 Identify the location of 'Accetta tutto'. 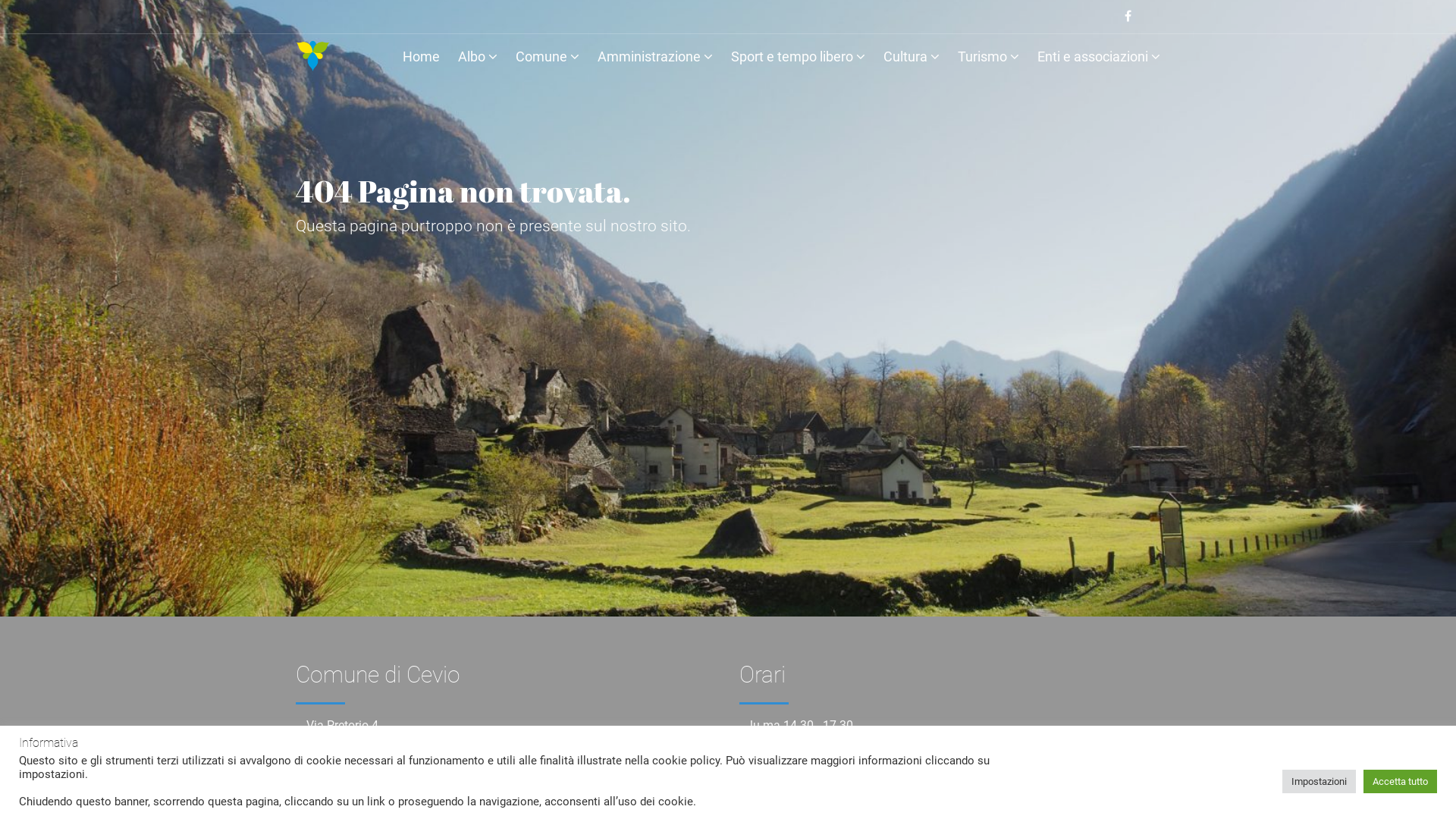
(1363, 780).